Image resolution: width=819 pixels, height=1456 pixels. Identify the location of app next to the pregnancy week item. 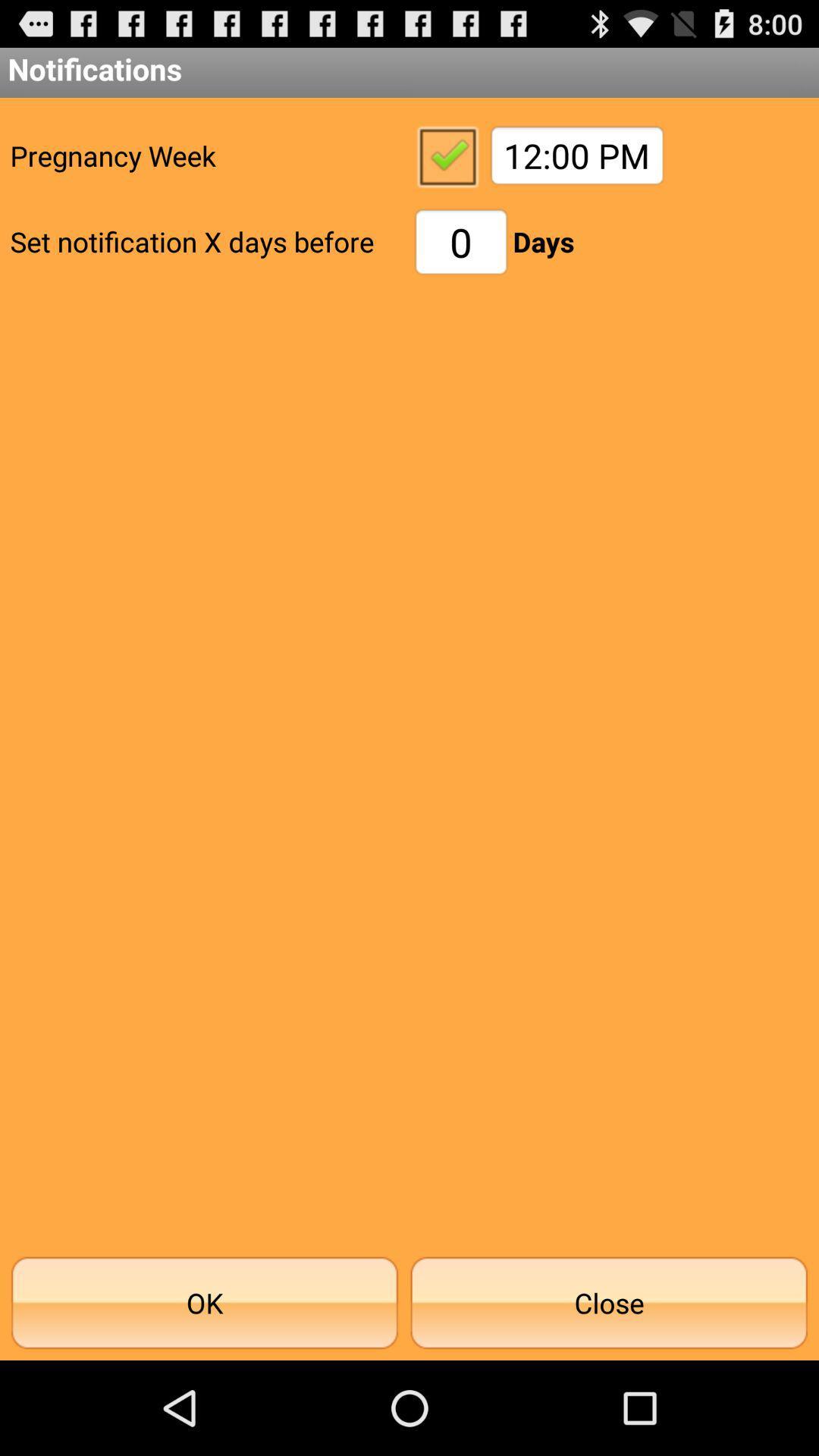
(446, 155).